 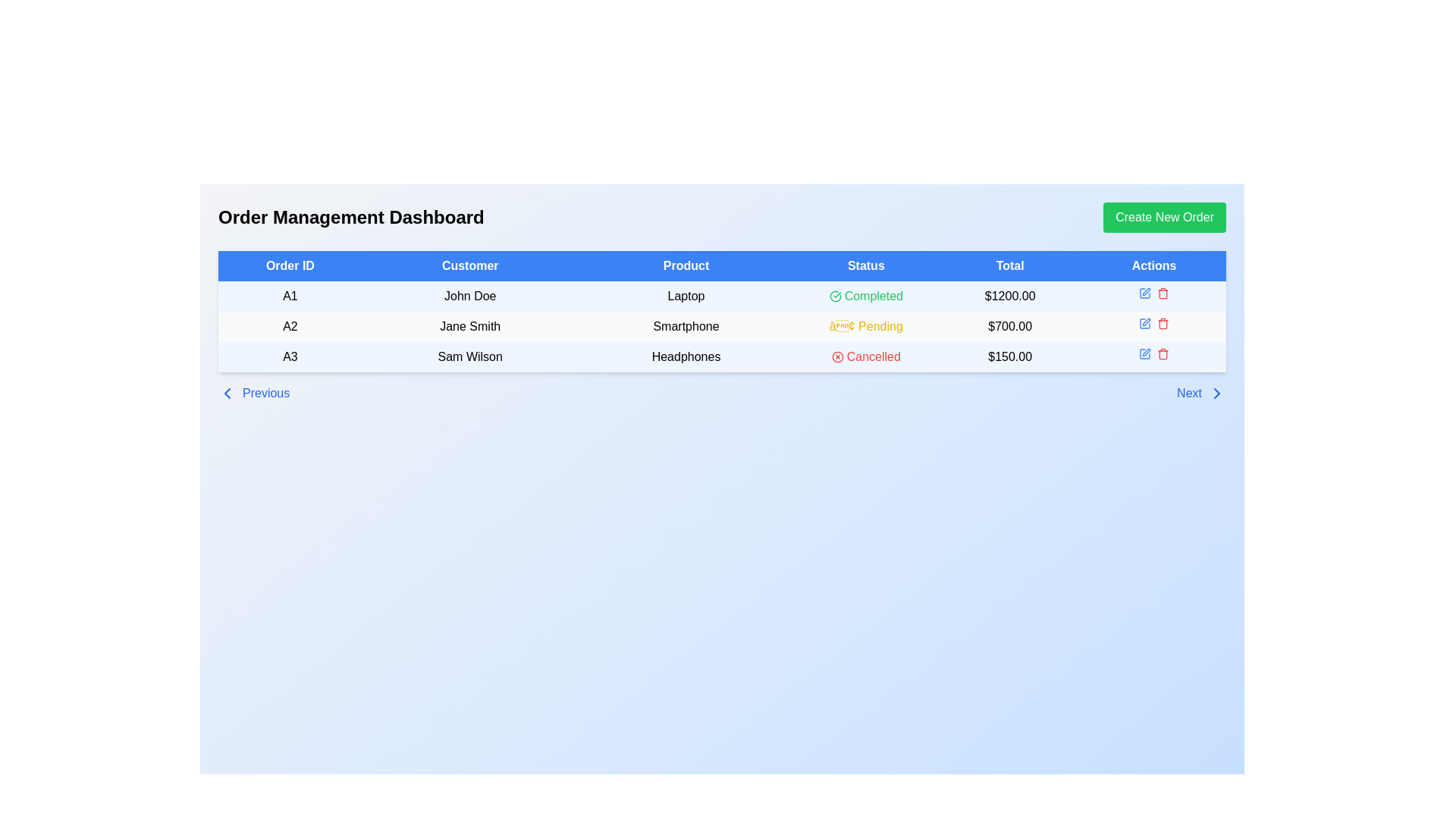 I want to click on the icon button resembling a pen or pencil located in the 'Actions' column, so click(x=1147, y=292).